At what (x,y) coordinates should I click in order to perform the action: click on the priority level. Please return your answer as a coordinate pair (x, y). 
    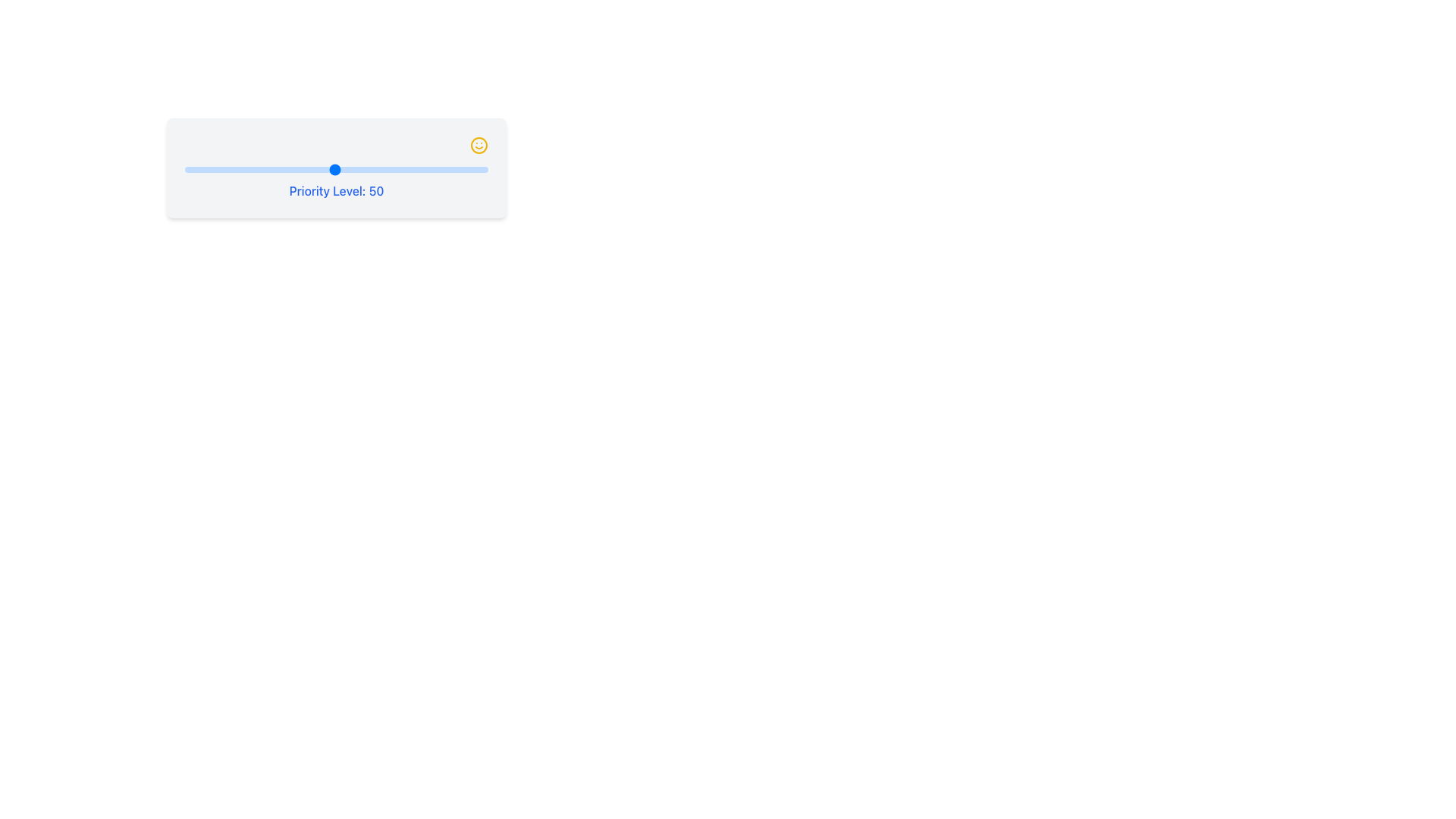
    Looking at the image, I should click on (187, 169).